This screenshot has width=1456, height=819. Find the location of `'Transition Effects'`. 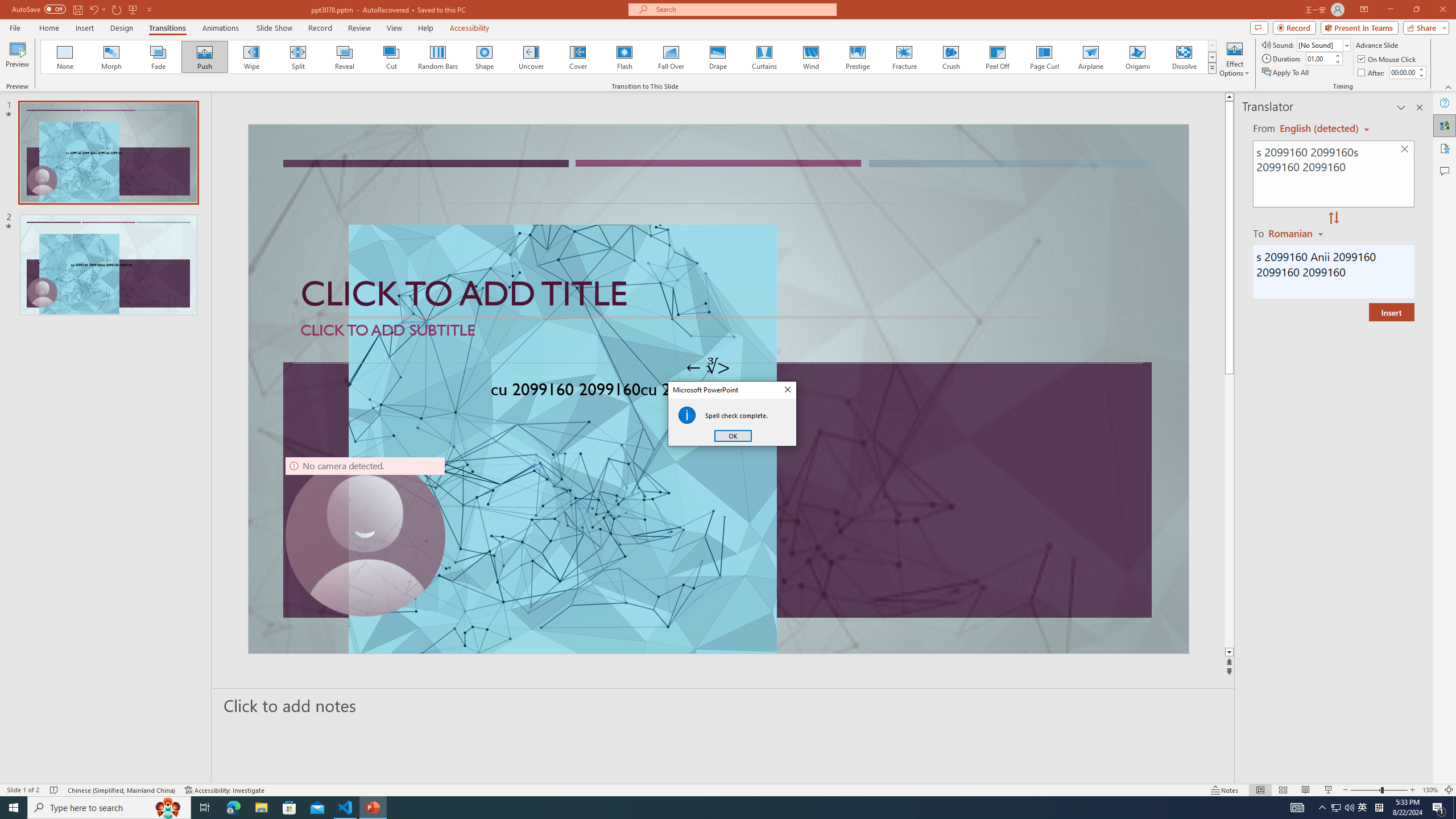

'Transition Effects' is located at coordinates (1212, 67).